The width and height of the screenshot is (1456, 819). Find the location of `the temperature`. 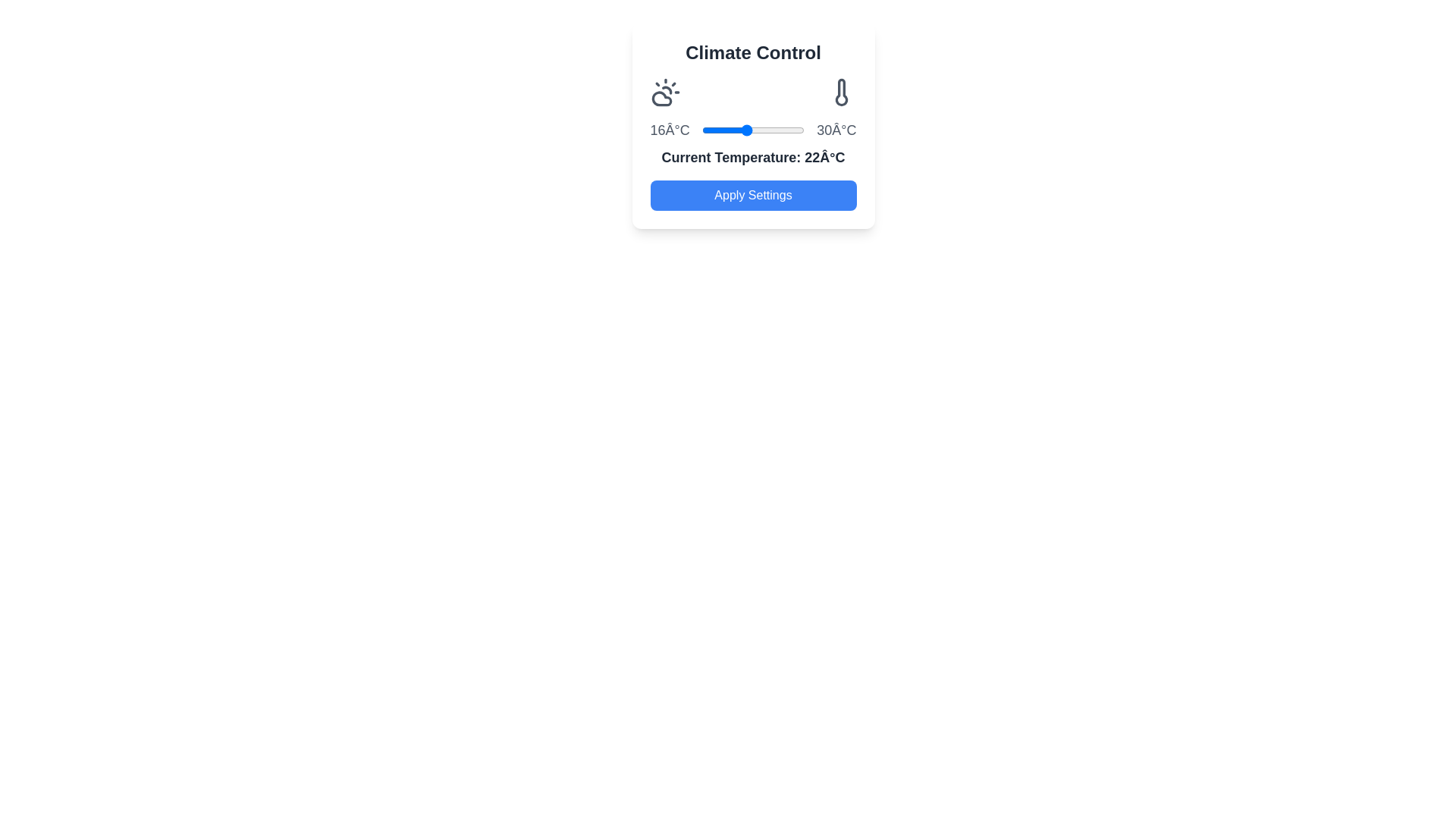

the temperature is located at coordinates (796, 130).